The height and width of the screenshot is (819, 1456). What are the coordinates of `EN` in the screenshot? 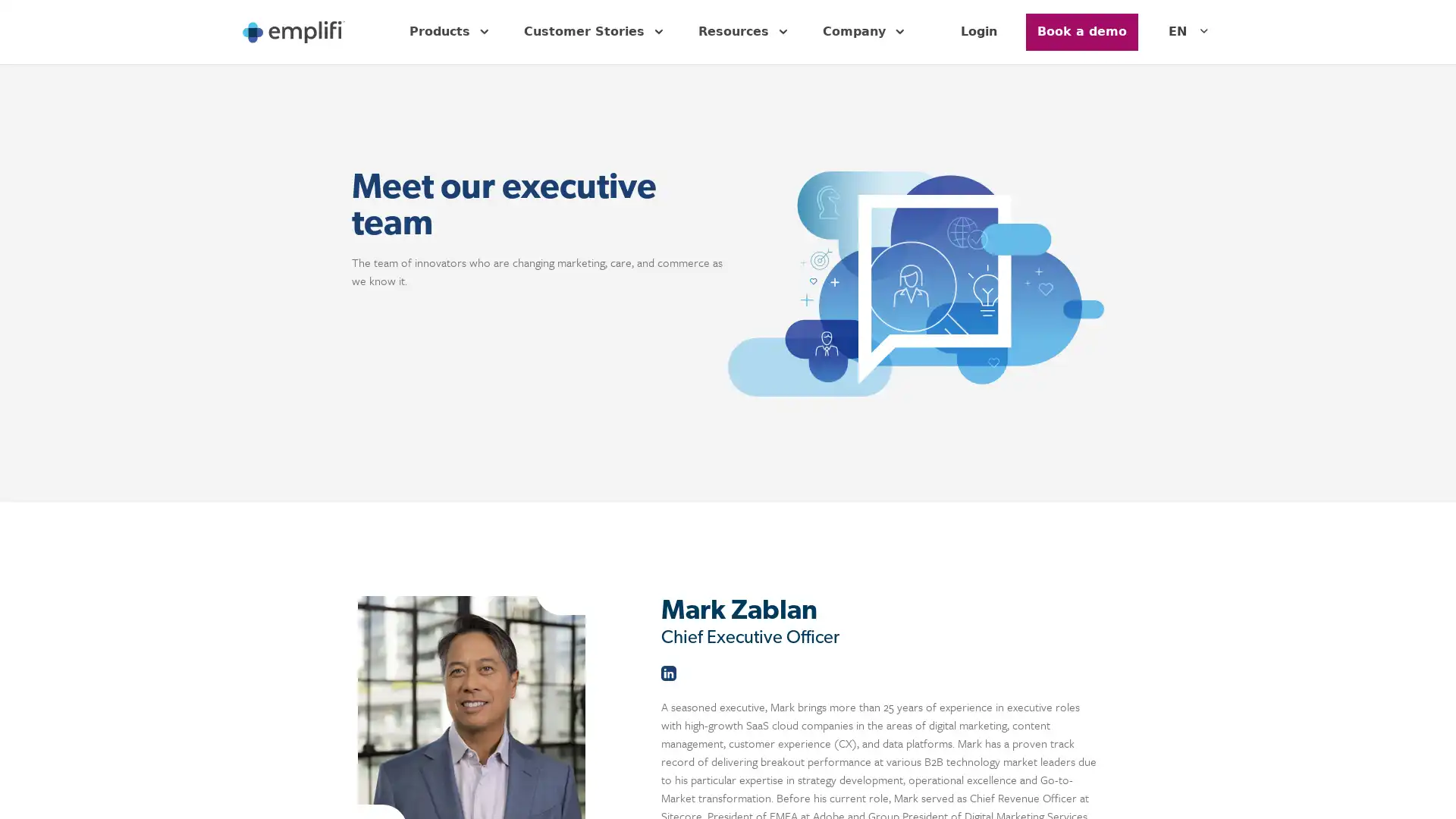 It's located at (1190, 32).